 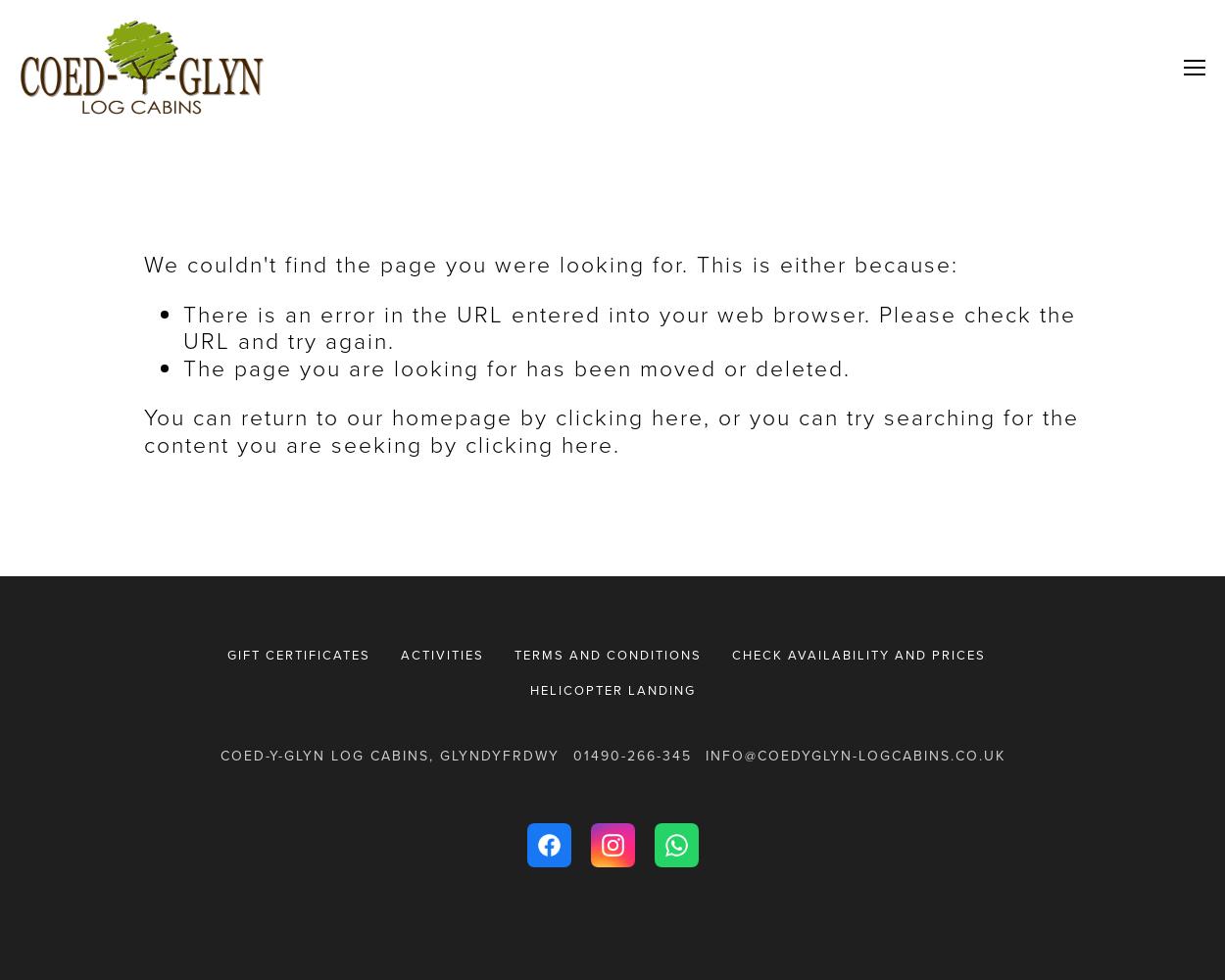 I want to click on 'Helicopter Landing', so click(x=611, y=689).